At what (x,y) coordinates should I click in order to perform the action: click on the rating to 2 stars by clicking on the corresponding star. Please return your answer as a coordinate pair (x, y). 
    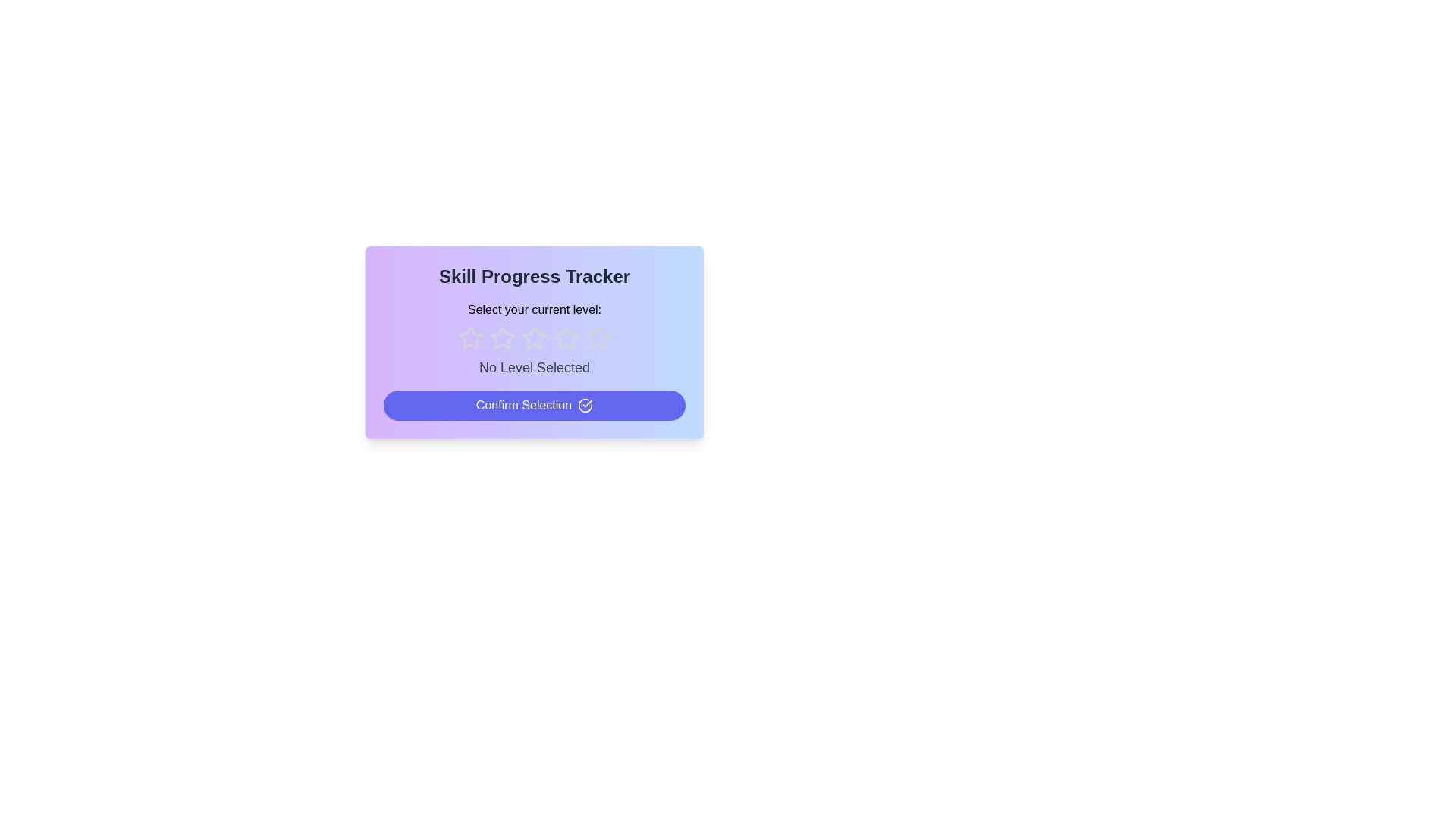
    Looking at the image, I should click on (502, 337).